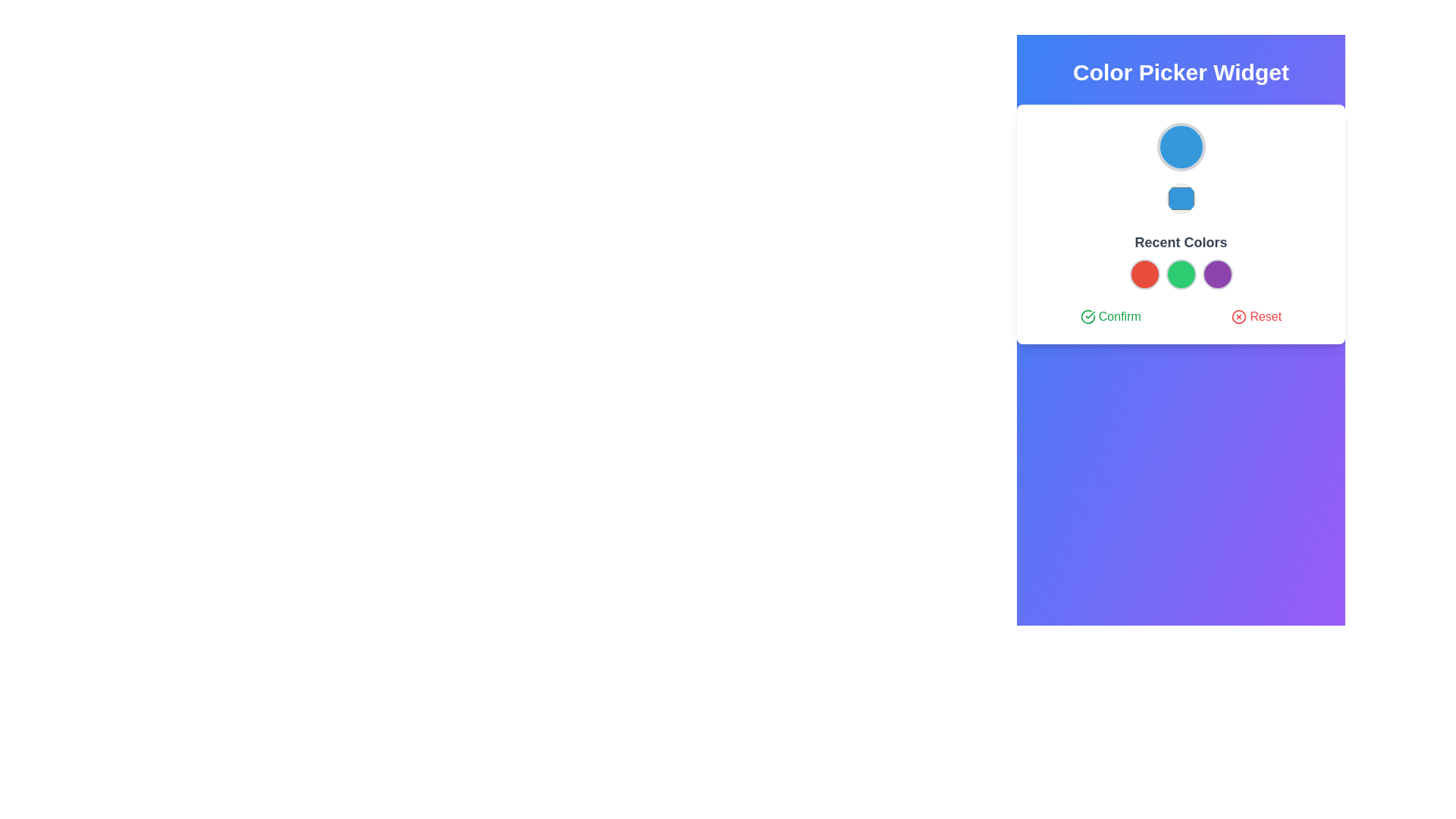  I want to click on the green circle checkmark icon located to the left of the 'Confirm' text in the lower left quadrant of the widget, so click(1087, 315).